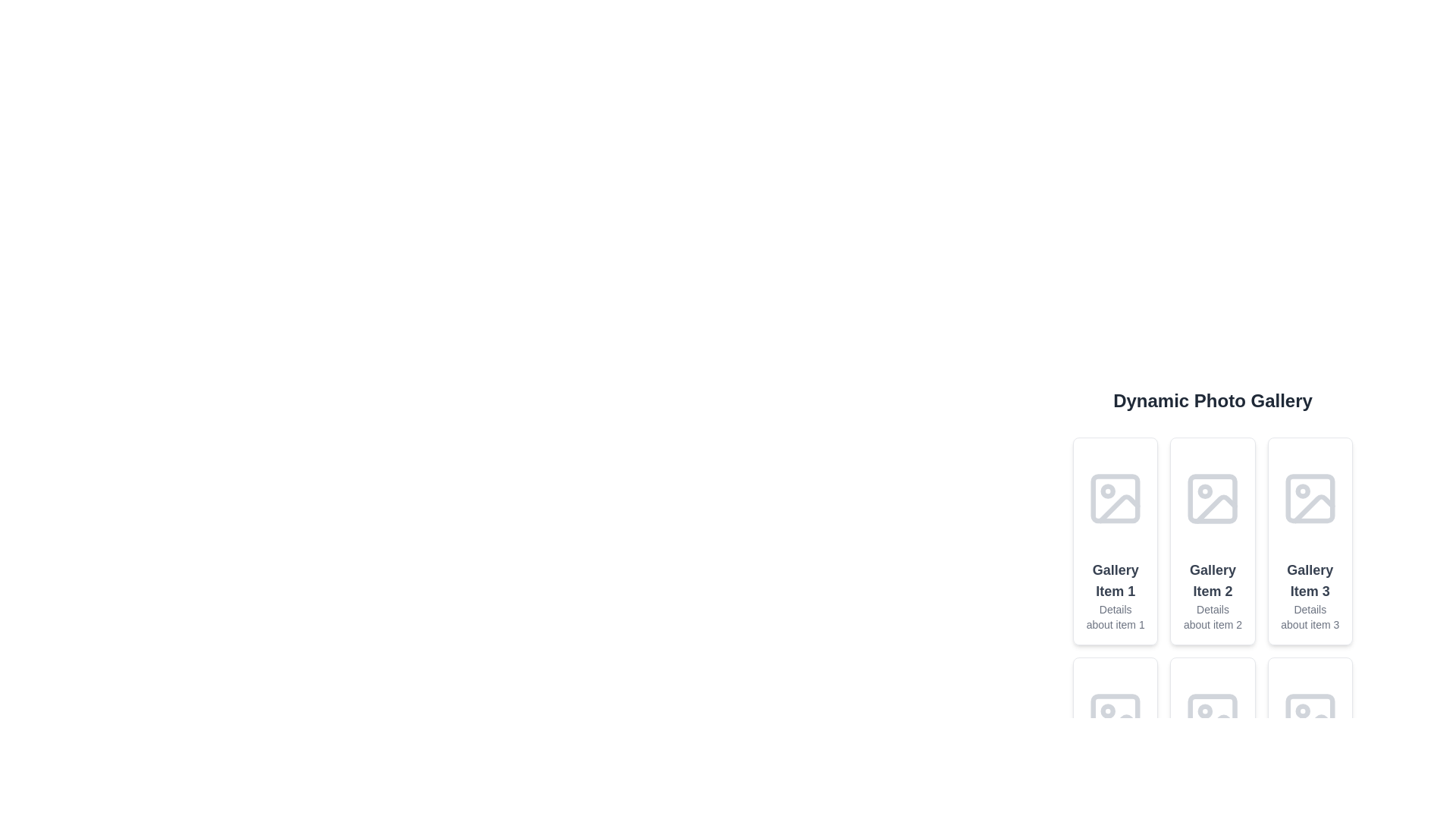  I want to click on the first graphical component within the SVG element of the 'Gallery Item 2' image placeholder, so click(1212, 499).